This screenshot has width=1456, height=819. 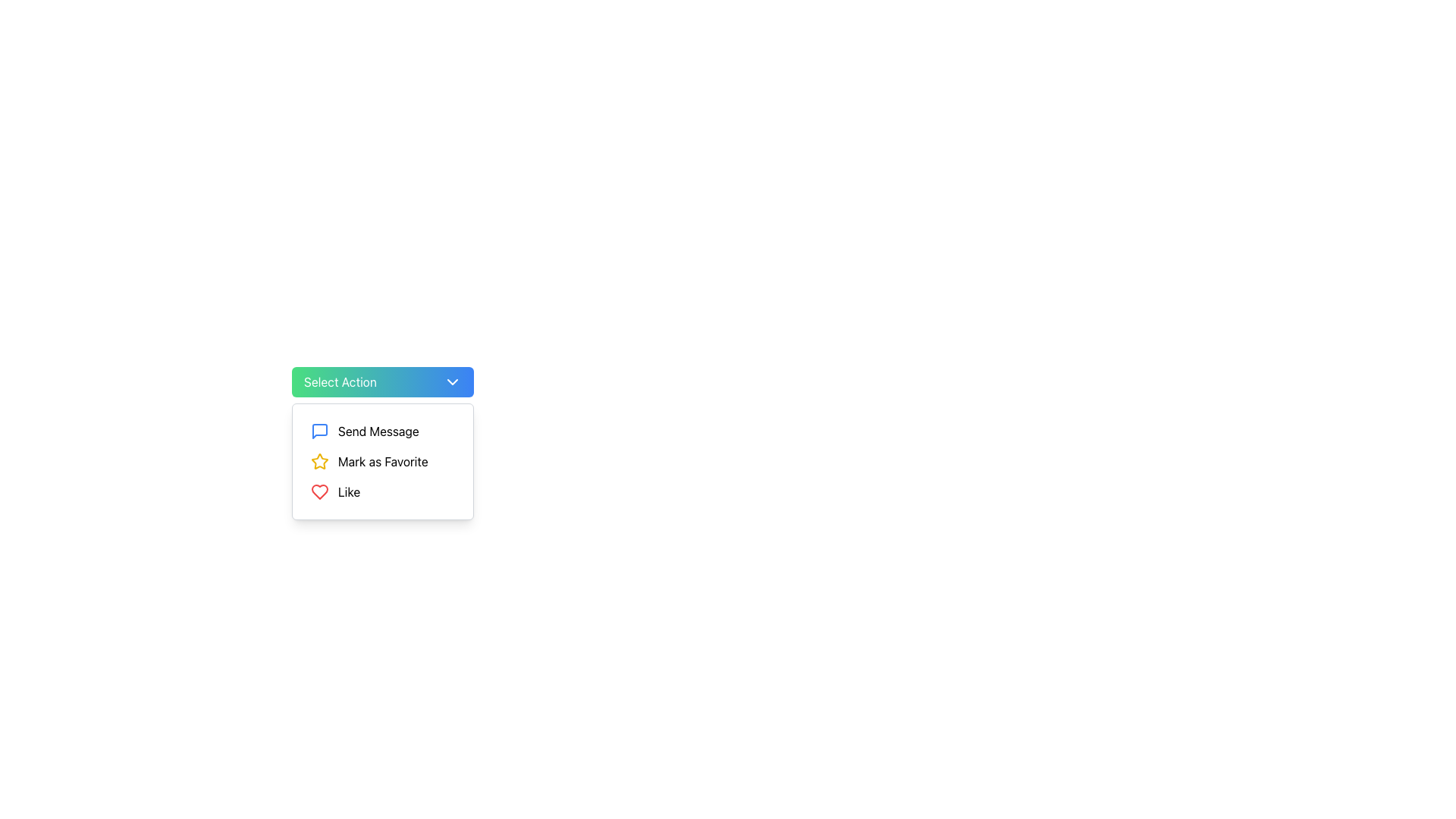 What do you see at coordinates (451, 381) in the screenshot?
I see `the small downward-pointing chevron icon, which is located inside the 'Select Action' button with a gradient background` at bounding box center [451, 381].